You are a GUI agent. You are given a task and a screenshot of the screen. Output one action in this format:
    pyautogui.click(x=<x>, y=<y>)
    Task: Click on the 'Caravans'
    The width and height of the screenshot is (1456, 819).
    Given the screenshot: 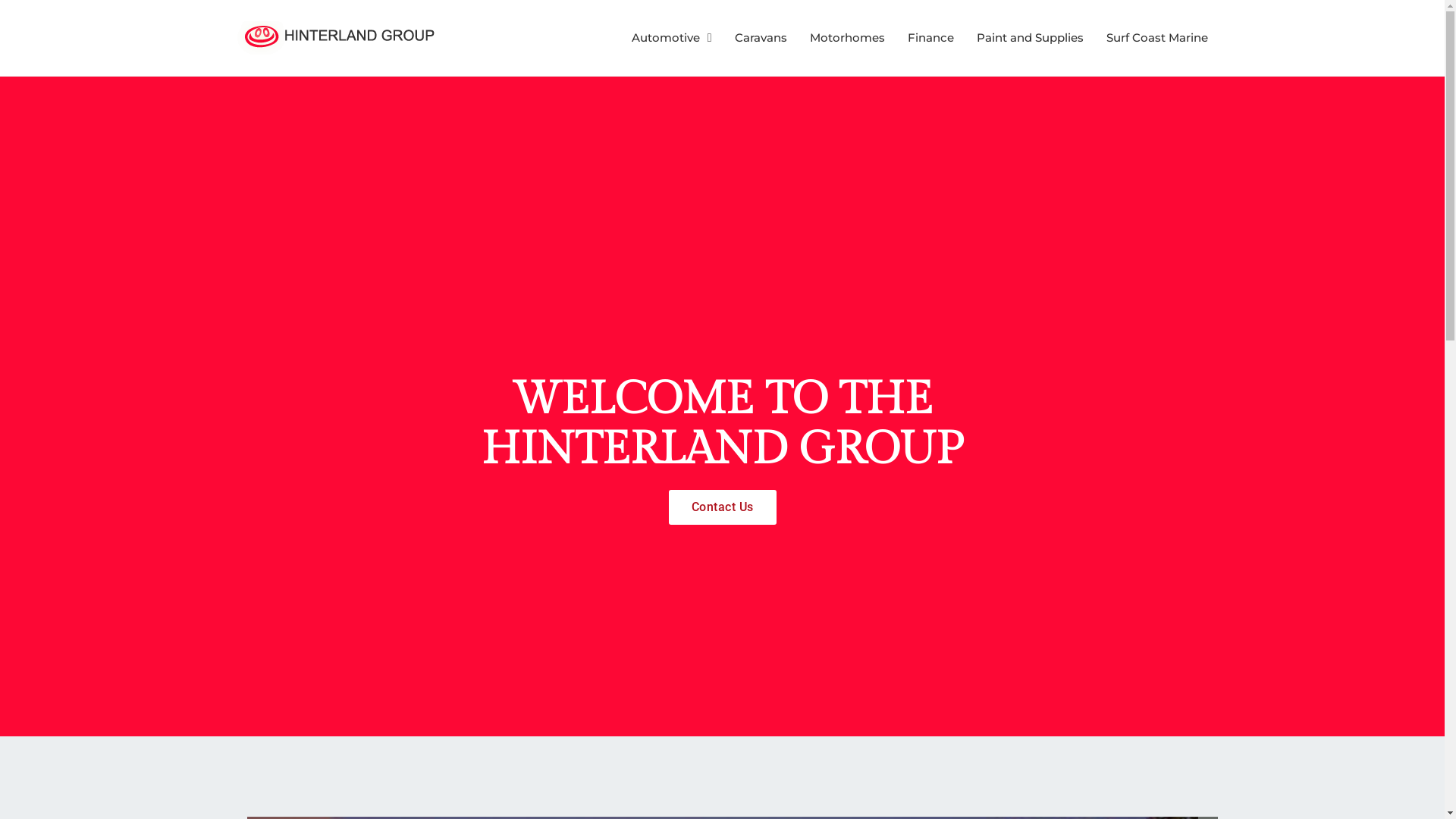 What is the action you would take?
    pyautogui.click(x=760, y=37)
    